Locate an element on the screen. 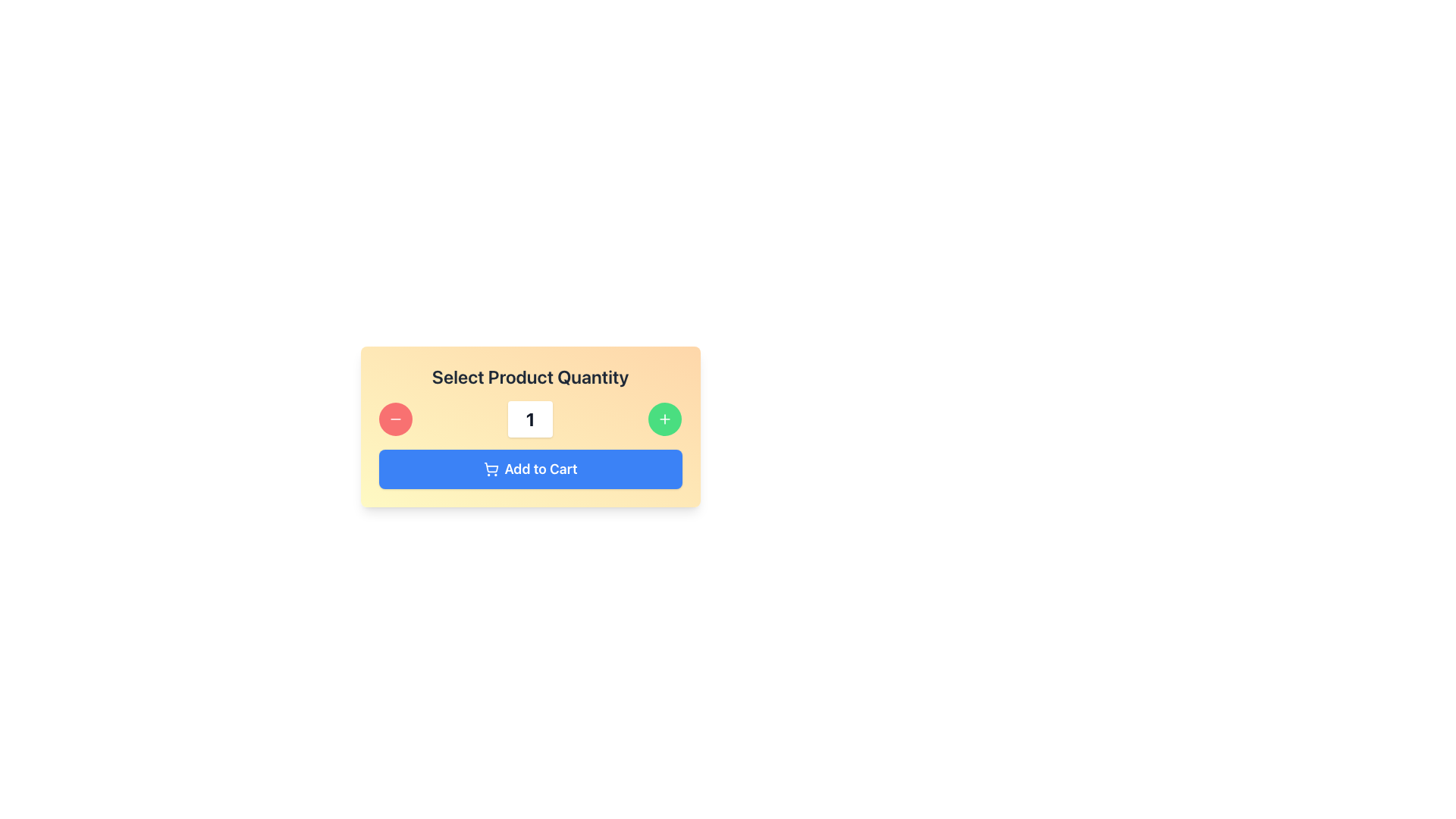 Image resolution: width=1456 pixels, height=819 pixels. the horizontal line icon styled as part of an SVG illustration, which is located in the round, red button on the left side of the product quantity selector is located at coordinates (395, 419).